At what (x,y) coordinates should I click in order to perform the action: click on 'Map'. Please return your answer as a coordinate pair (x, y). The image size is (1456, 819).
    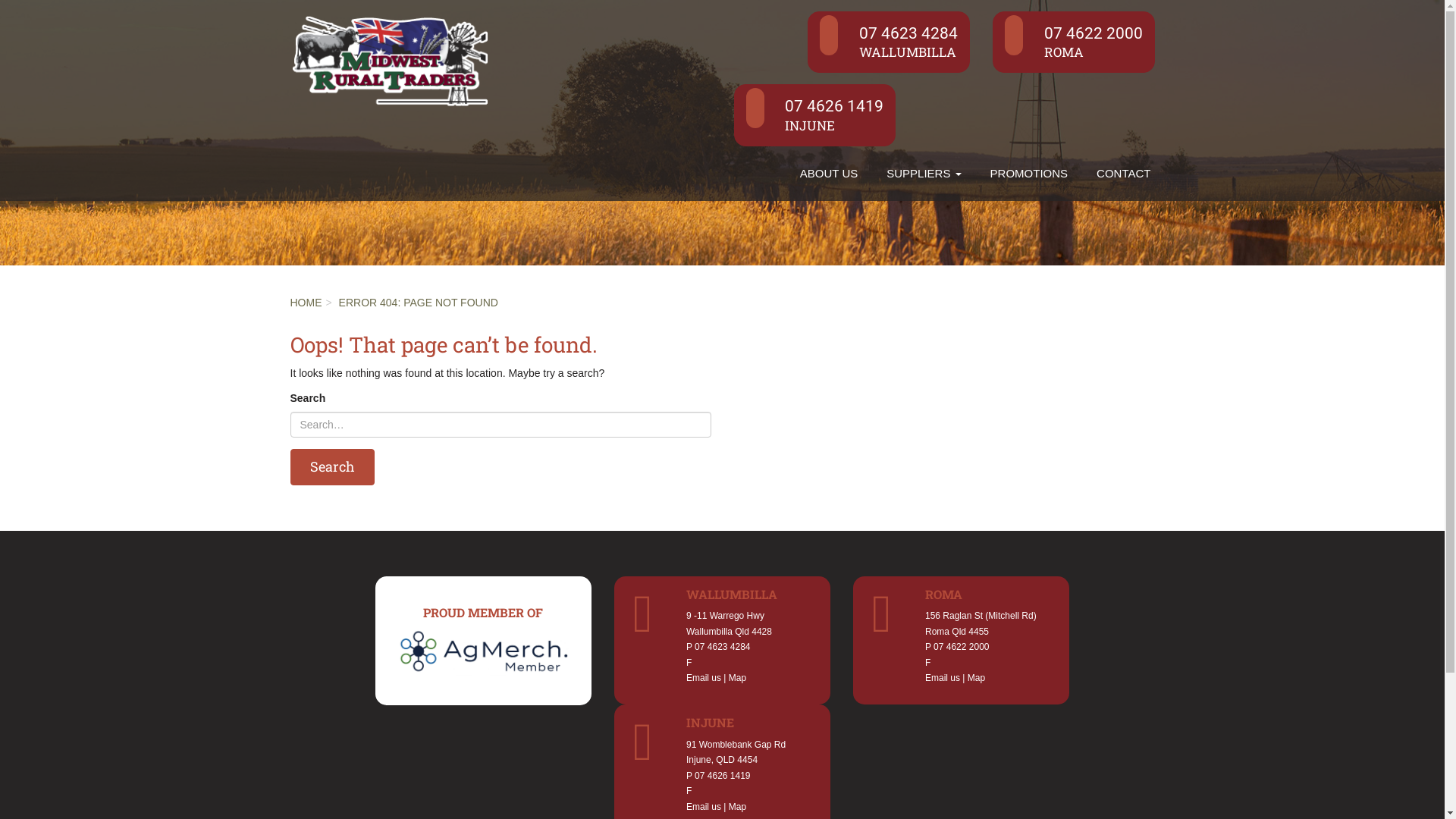
    Looking at the image, I should click on (728, 806).